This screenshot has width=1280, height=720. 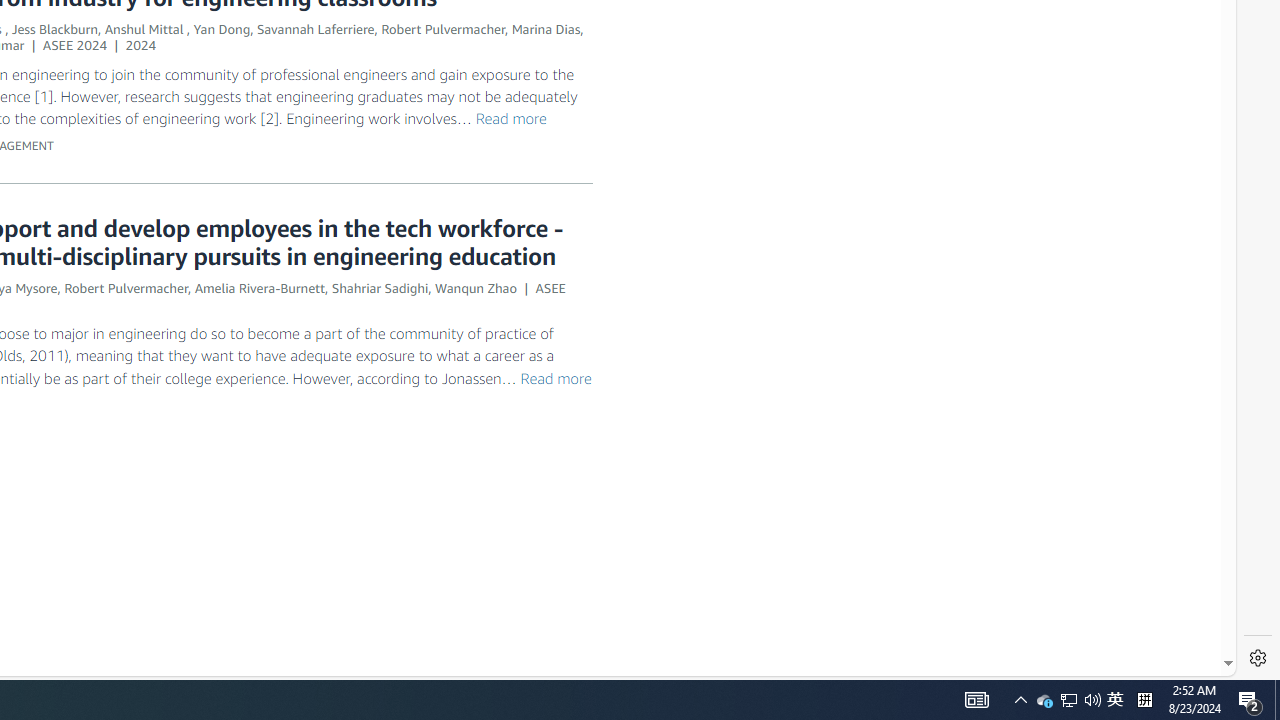 I want to click on 'Shahriar Sadighi', so click(x=380, y=288).